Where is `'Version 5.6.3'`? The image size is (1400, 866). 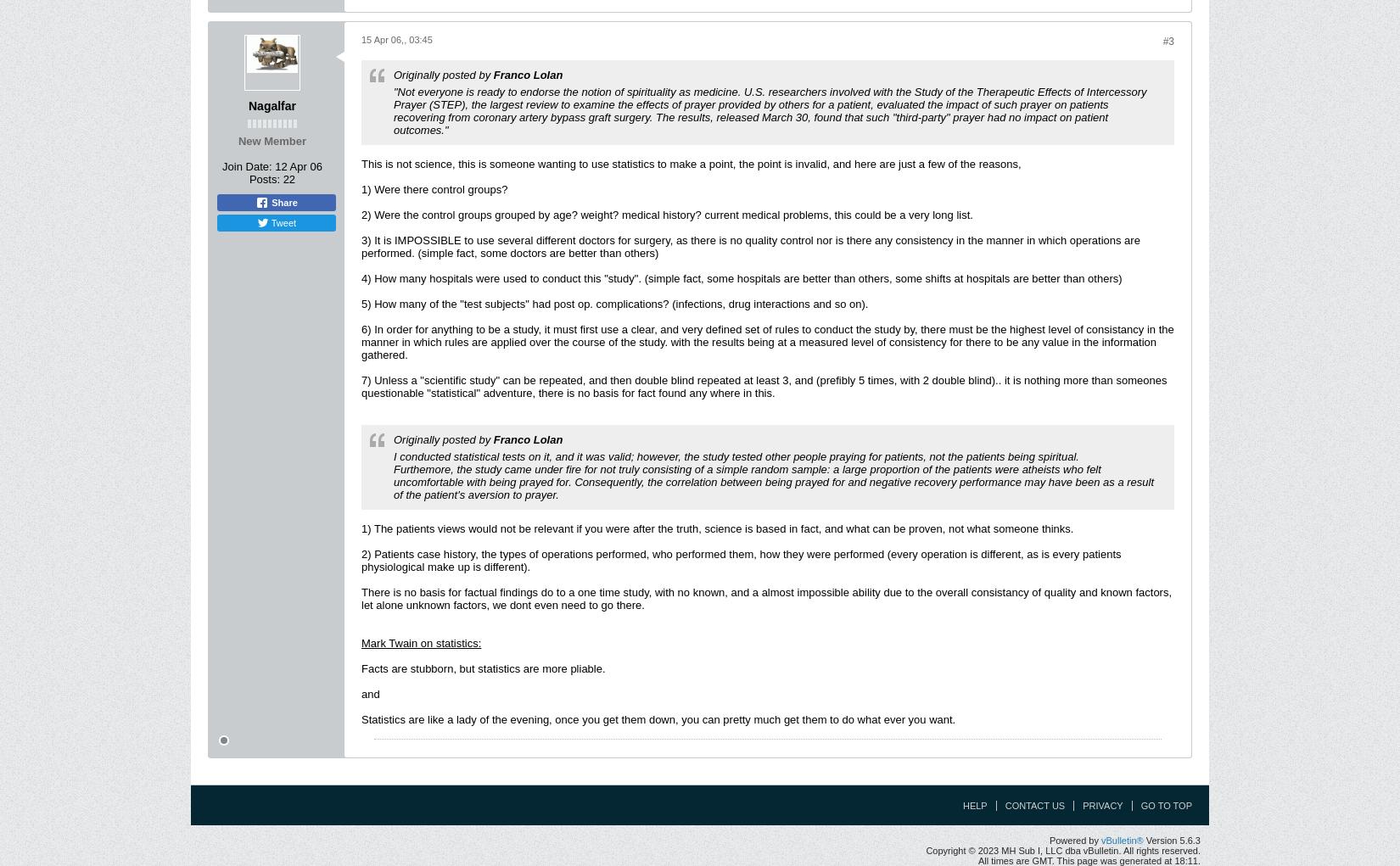
'Version 5.6.3' is located at coordinates (1171, 839).